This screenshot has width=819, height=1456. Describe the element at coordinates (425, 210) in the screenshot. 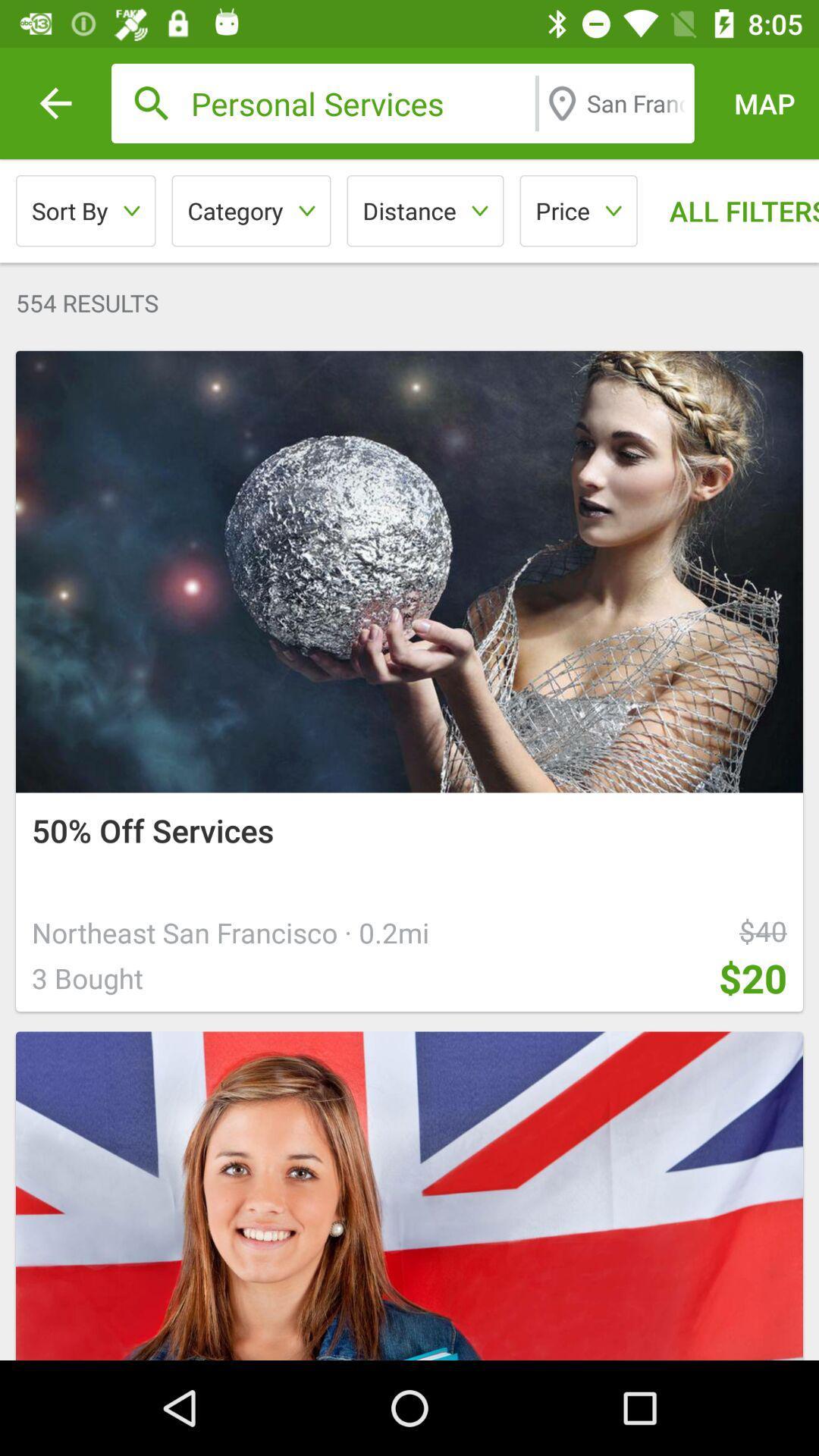

I see `item above the 554 results icon` at that location.